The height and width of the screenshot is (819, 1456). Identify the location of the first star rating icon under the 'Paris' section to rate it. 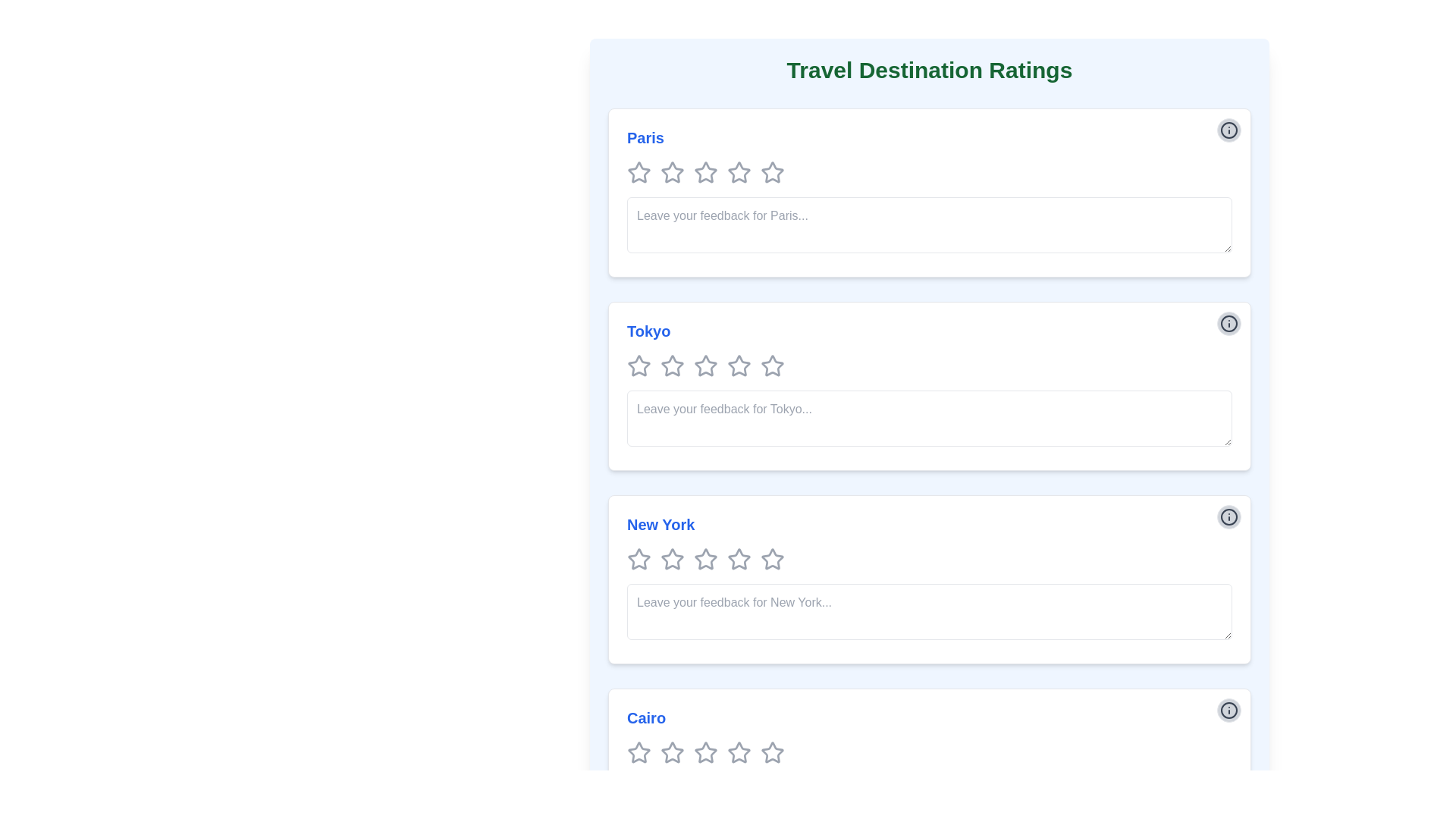
(639, 171).